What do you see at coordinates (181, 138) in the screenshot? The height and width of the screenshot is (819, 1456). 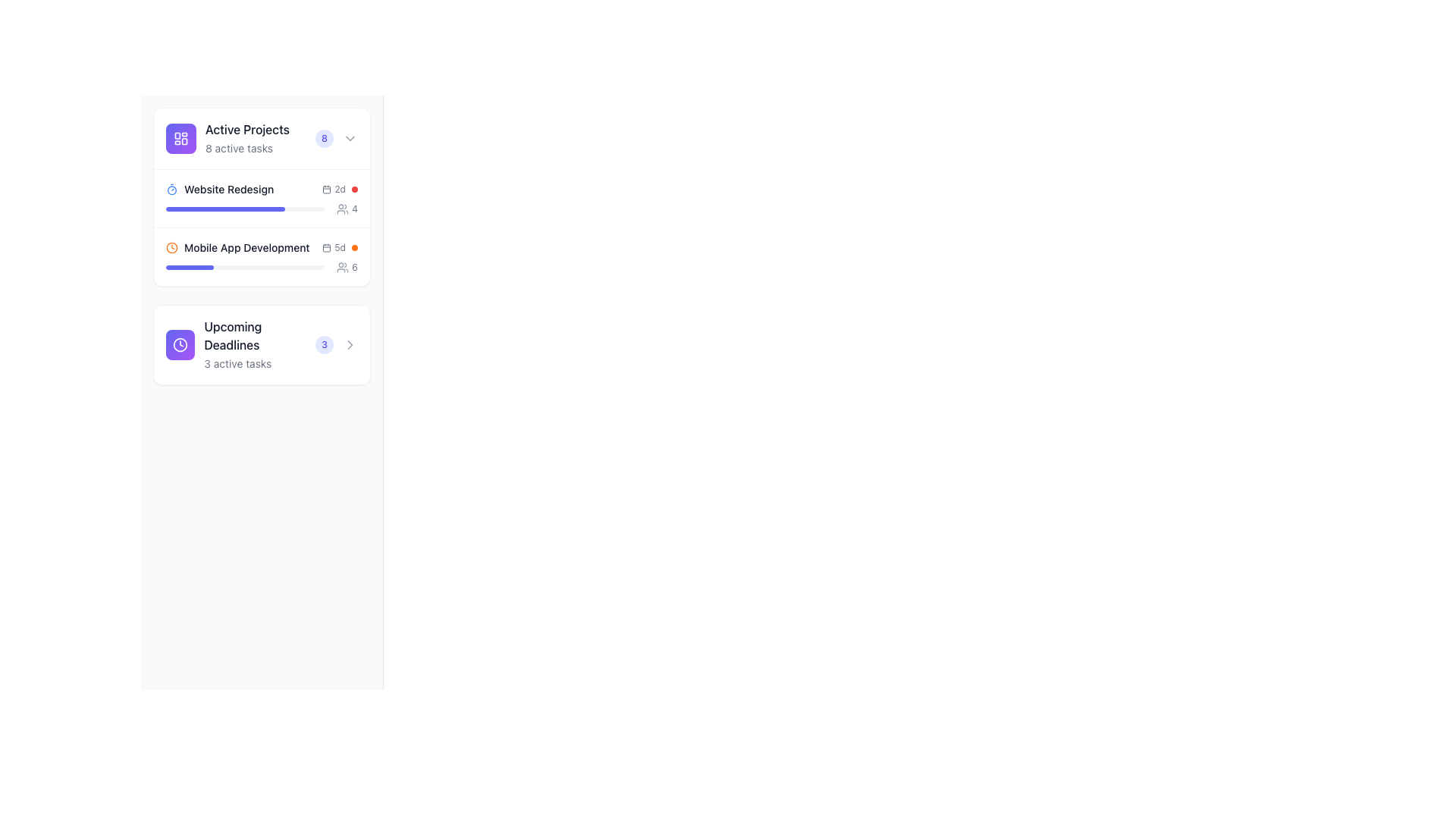 I see `the icon consisting of four rectangular blocks arranged in a 2x2 grid, which is styled with rounded corners and is located at the top-left corner of the 'Active Projects' card` at bounding box center [181, 138].